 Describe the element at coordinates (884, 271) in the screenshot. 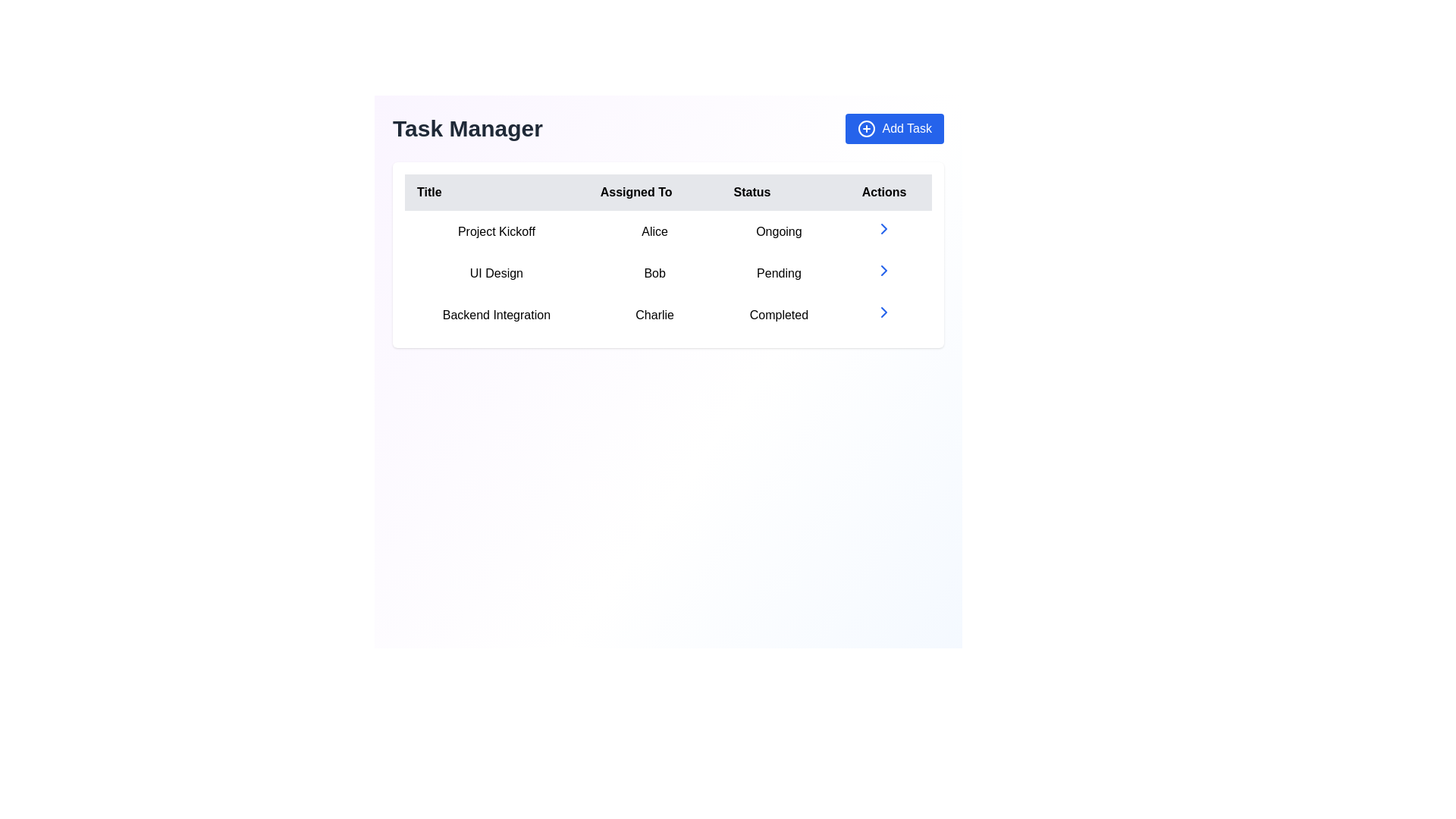

I see `the chevron icon button in the 'Actions' column associated with the 'UI Design' task that has a 'Pending' status` at that location.